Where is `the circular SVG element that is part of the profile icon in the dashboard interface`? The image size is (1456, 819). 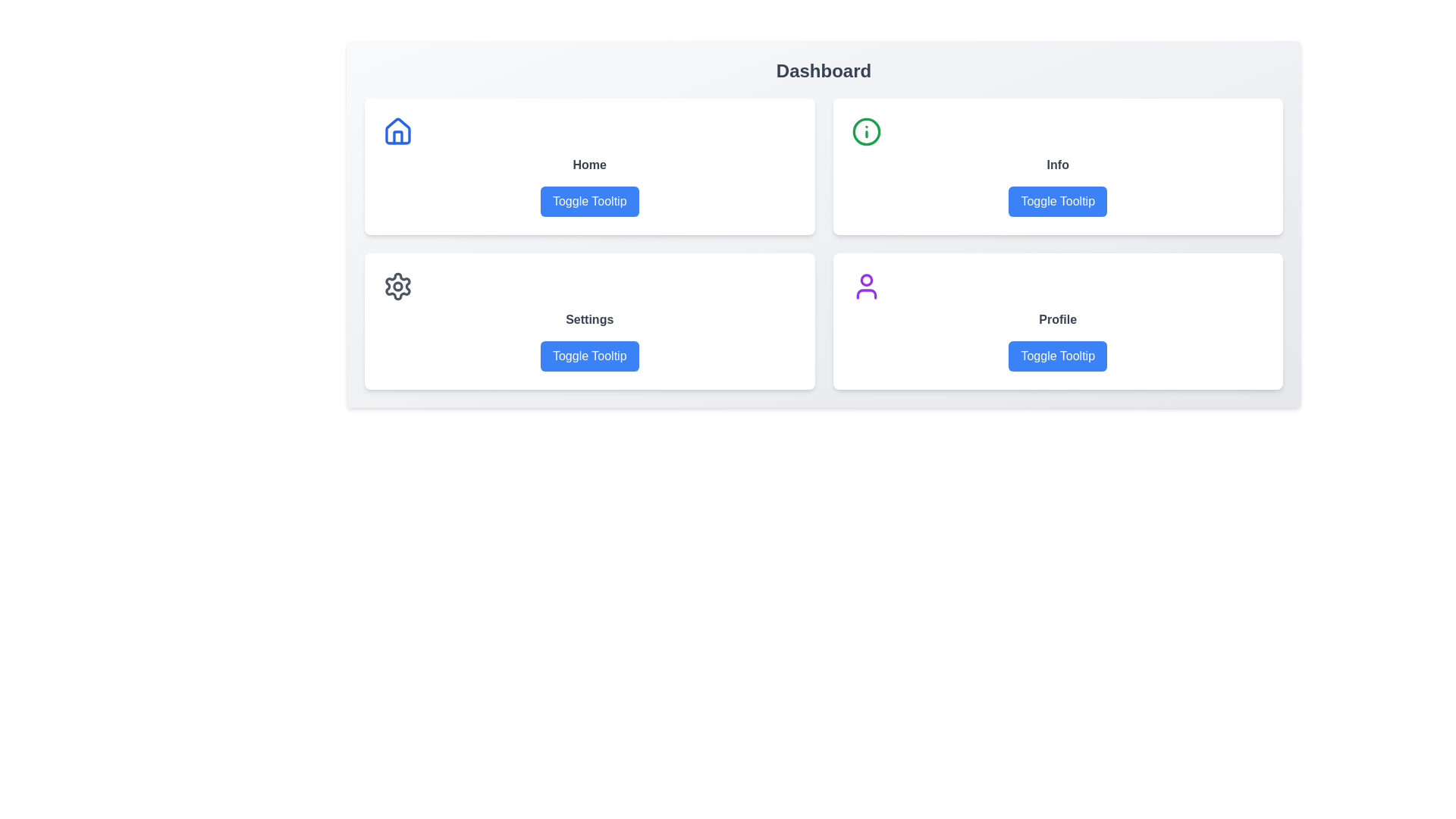
the circular SVG element that is part of the profile icon in the dashboard interface is located at coordinates (866, 280).